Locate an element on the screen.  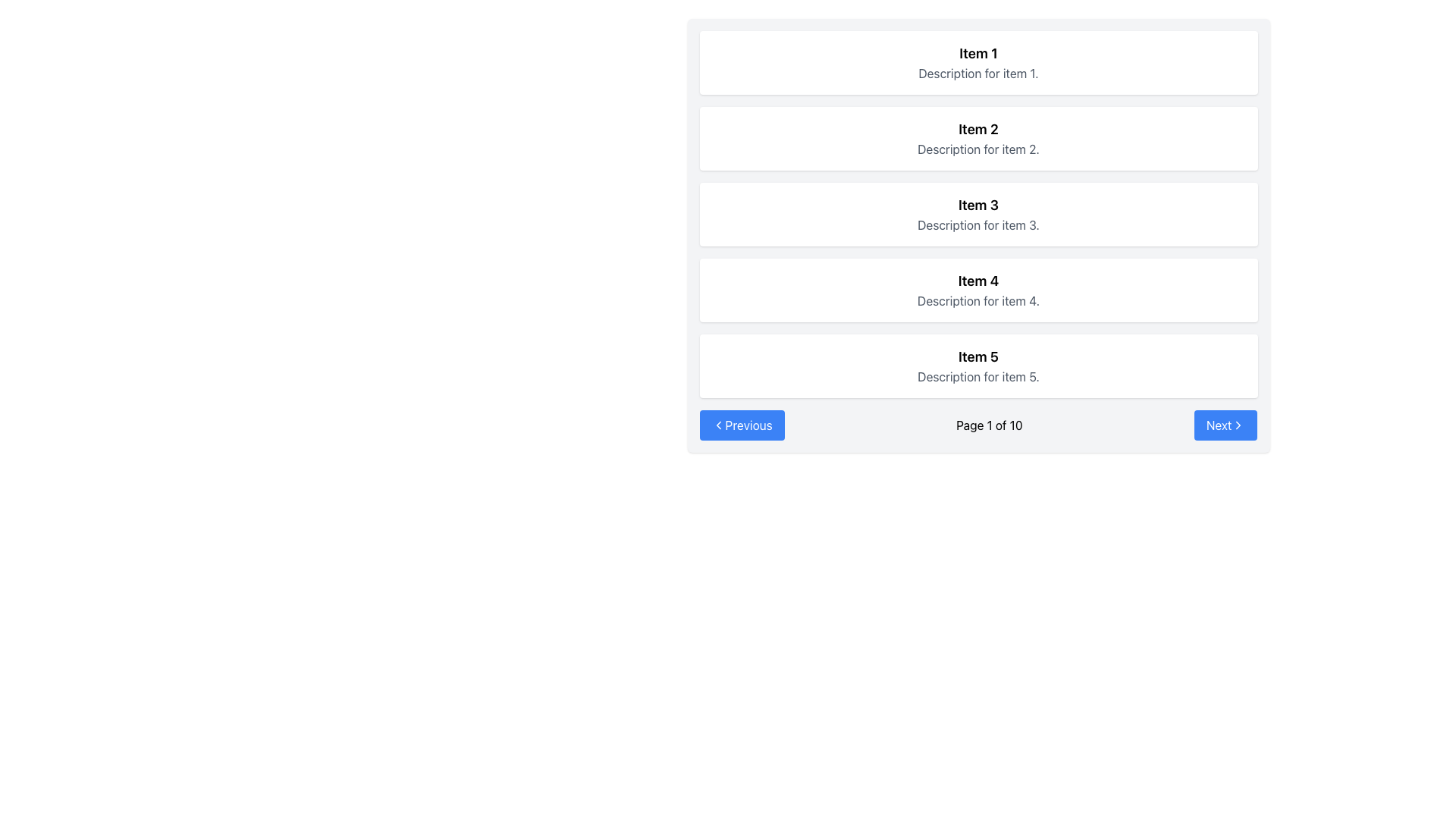
the 'Previous' button, which has a blue background and white text with a left-pointing arrow is located at coordinates (742, 425).